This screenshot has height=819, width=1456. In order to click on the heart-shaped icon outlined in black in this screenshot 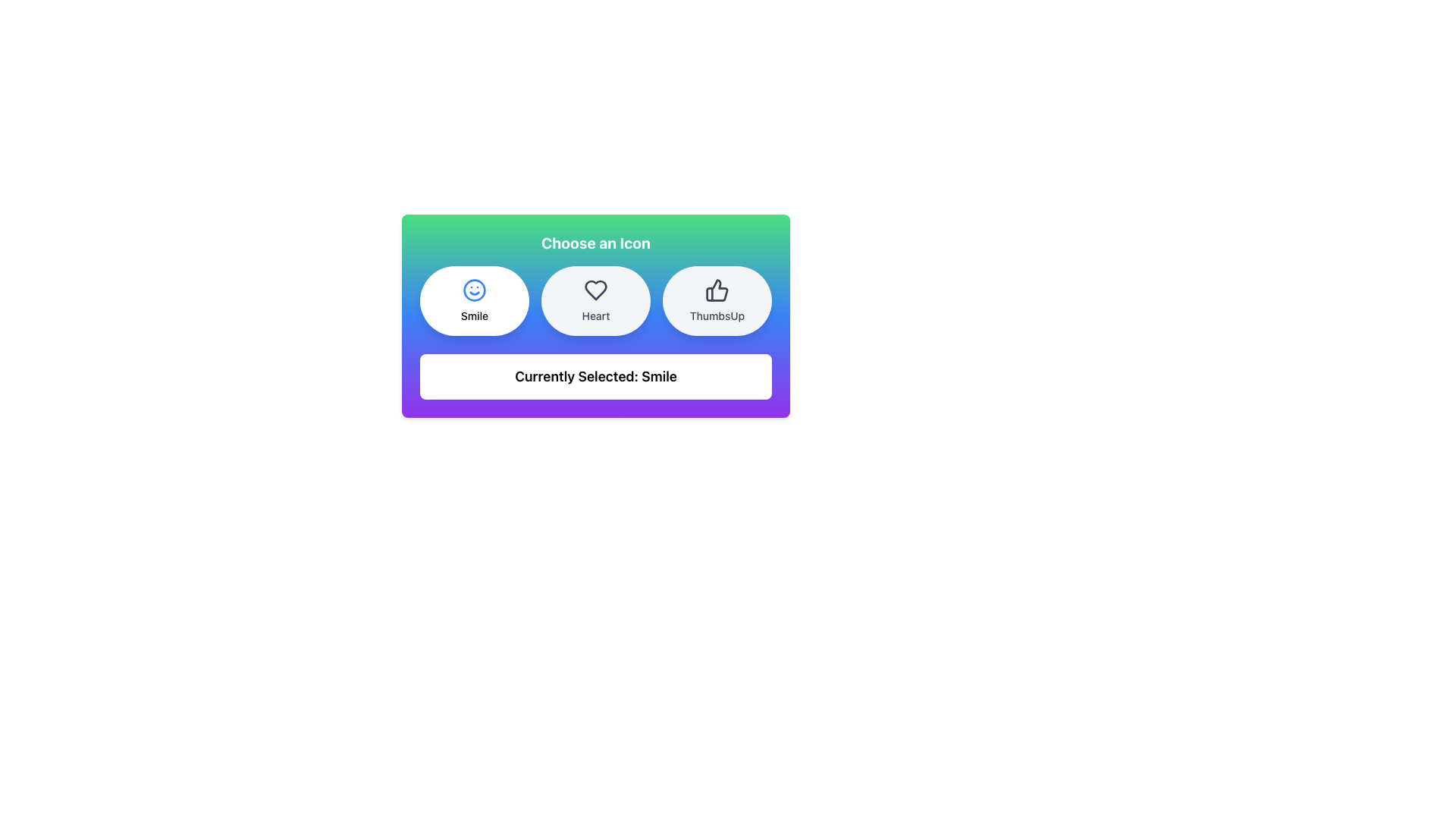, I will do `click(595, 290)`.